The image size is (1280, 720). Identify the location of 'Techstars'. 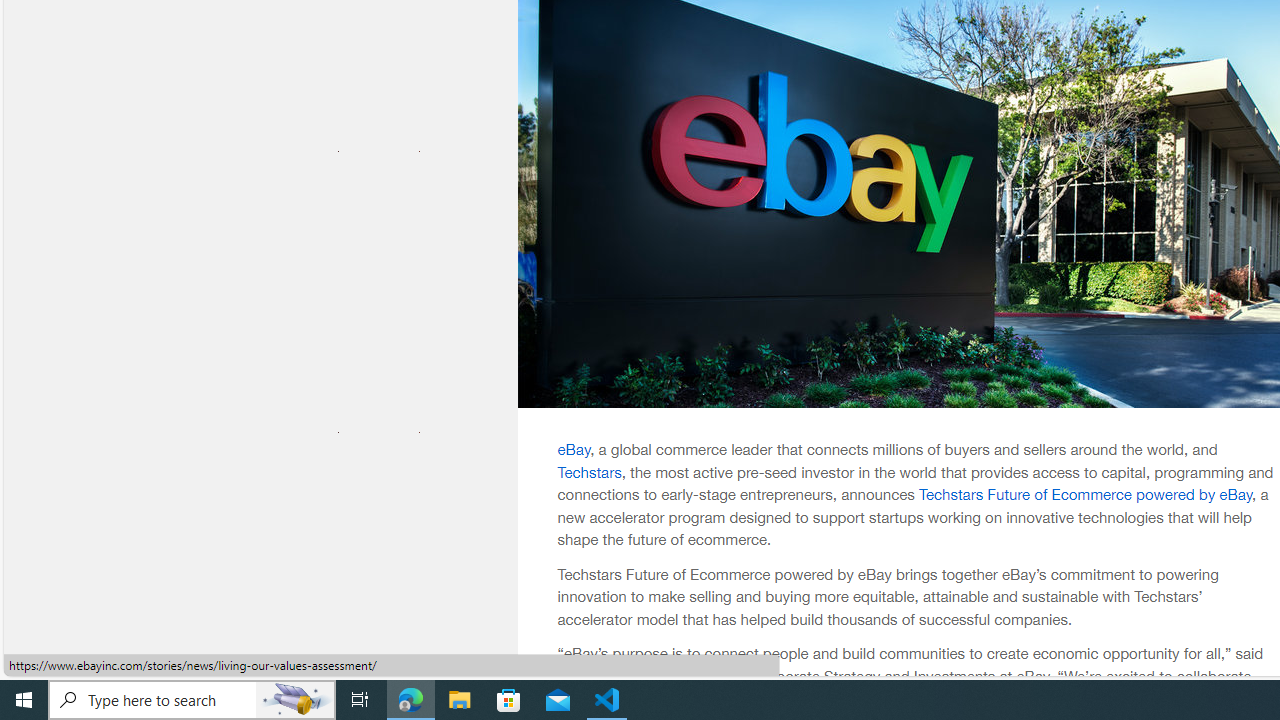
(588, 471).